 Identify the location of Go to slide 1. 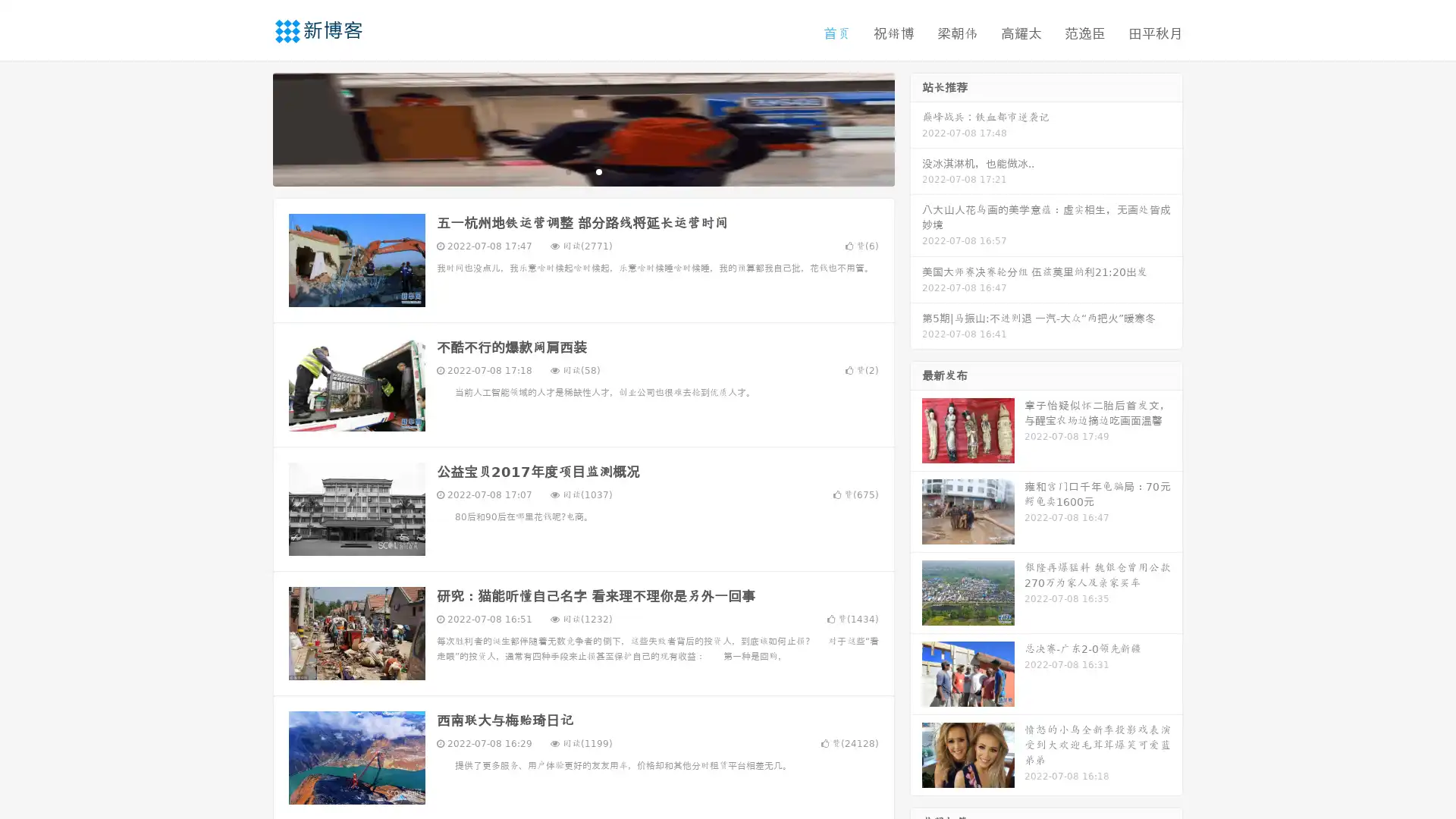
(567, 171).